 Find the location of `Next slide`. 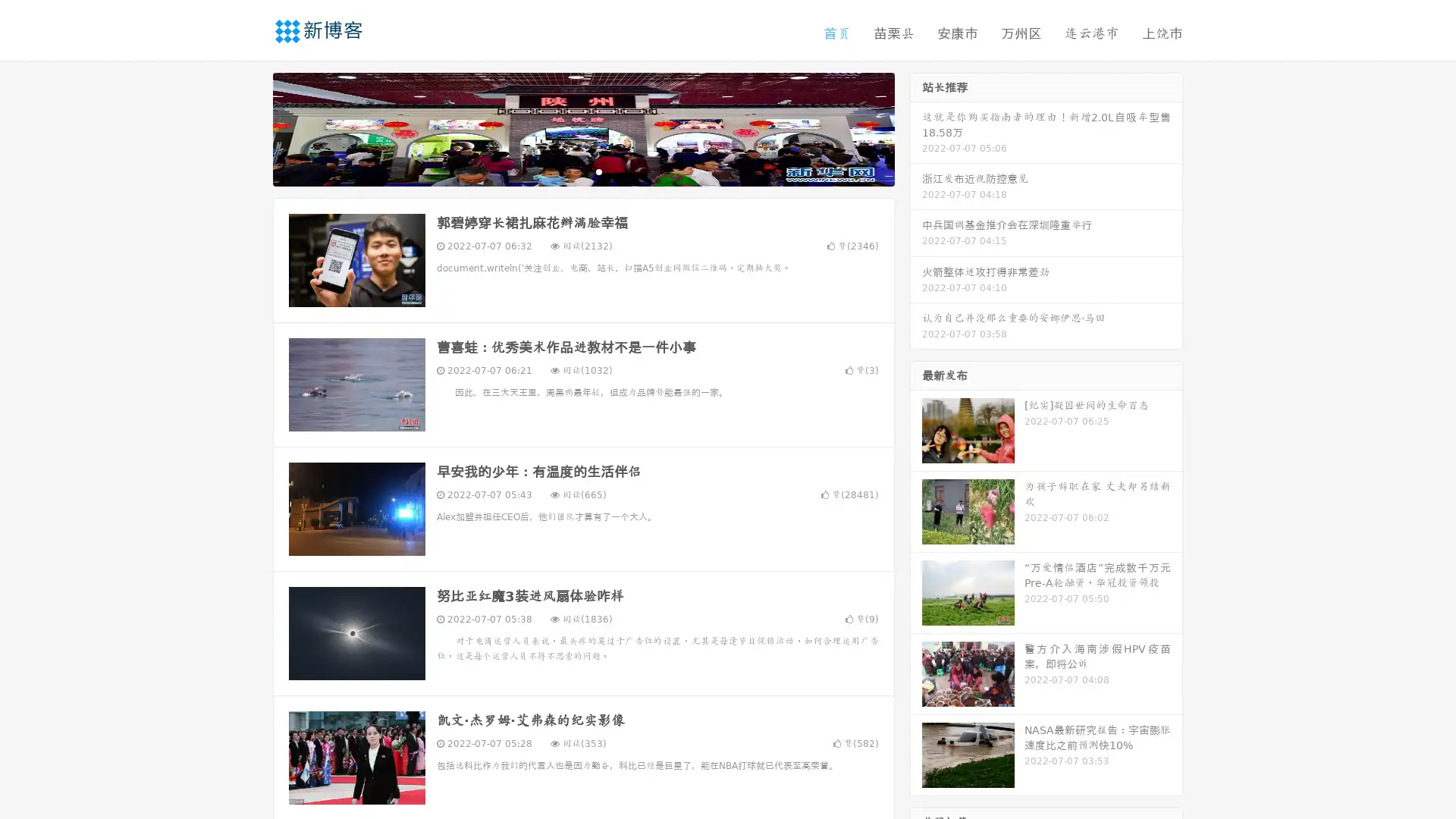

Next slide is located at coordinates (916, 127).